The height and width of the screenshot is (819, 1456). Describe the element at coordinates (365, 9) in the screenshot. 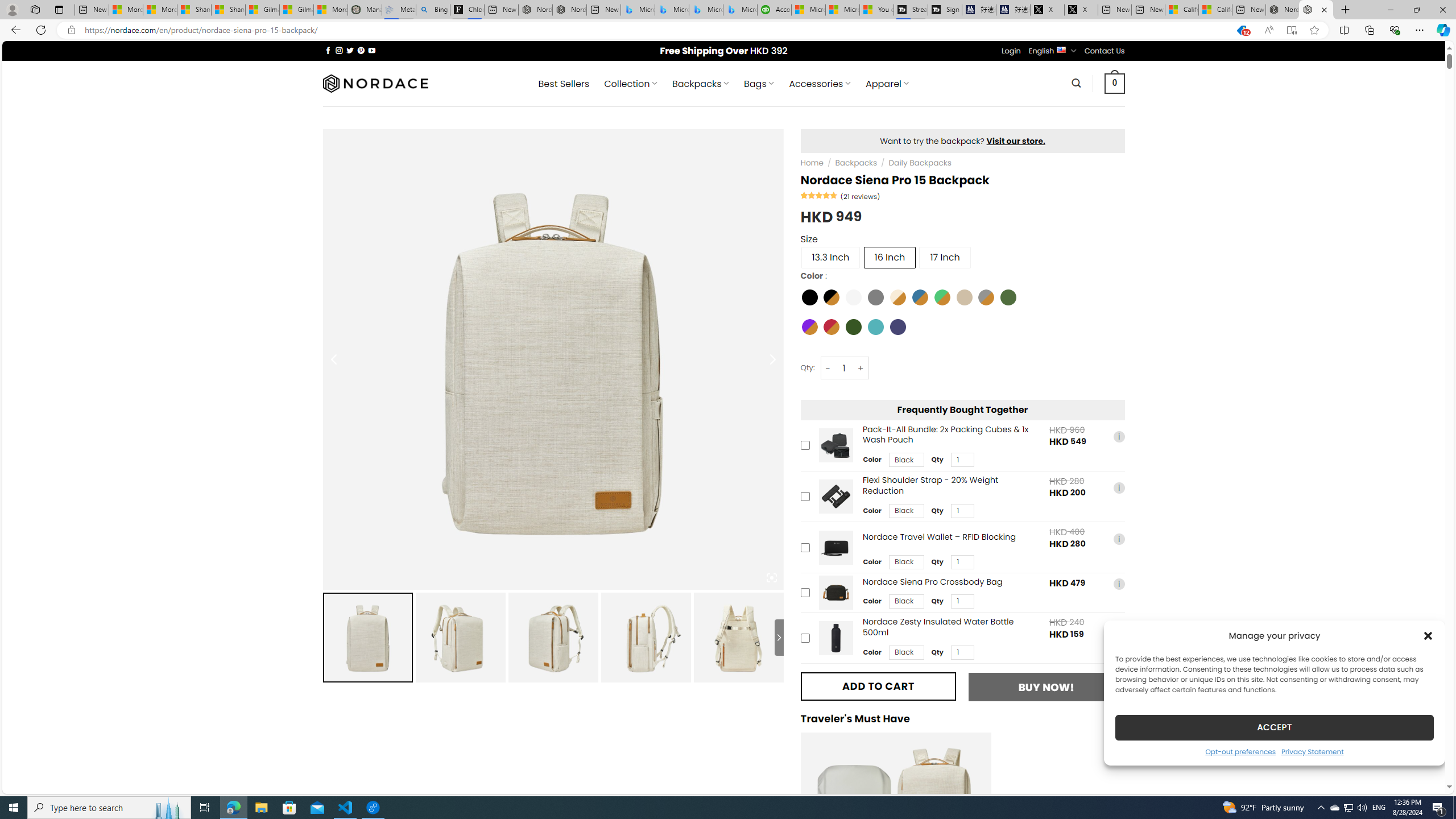

I see `'Manatee Mortality Statistics | FWC'` at that location.